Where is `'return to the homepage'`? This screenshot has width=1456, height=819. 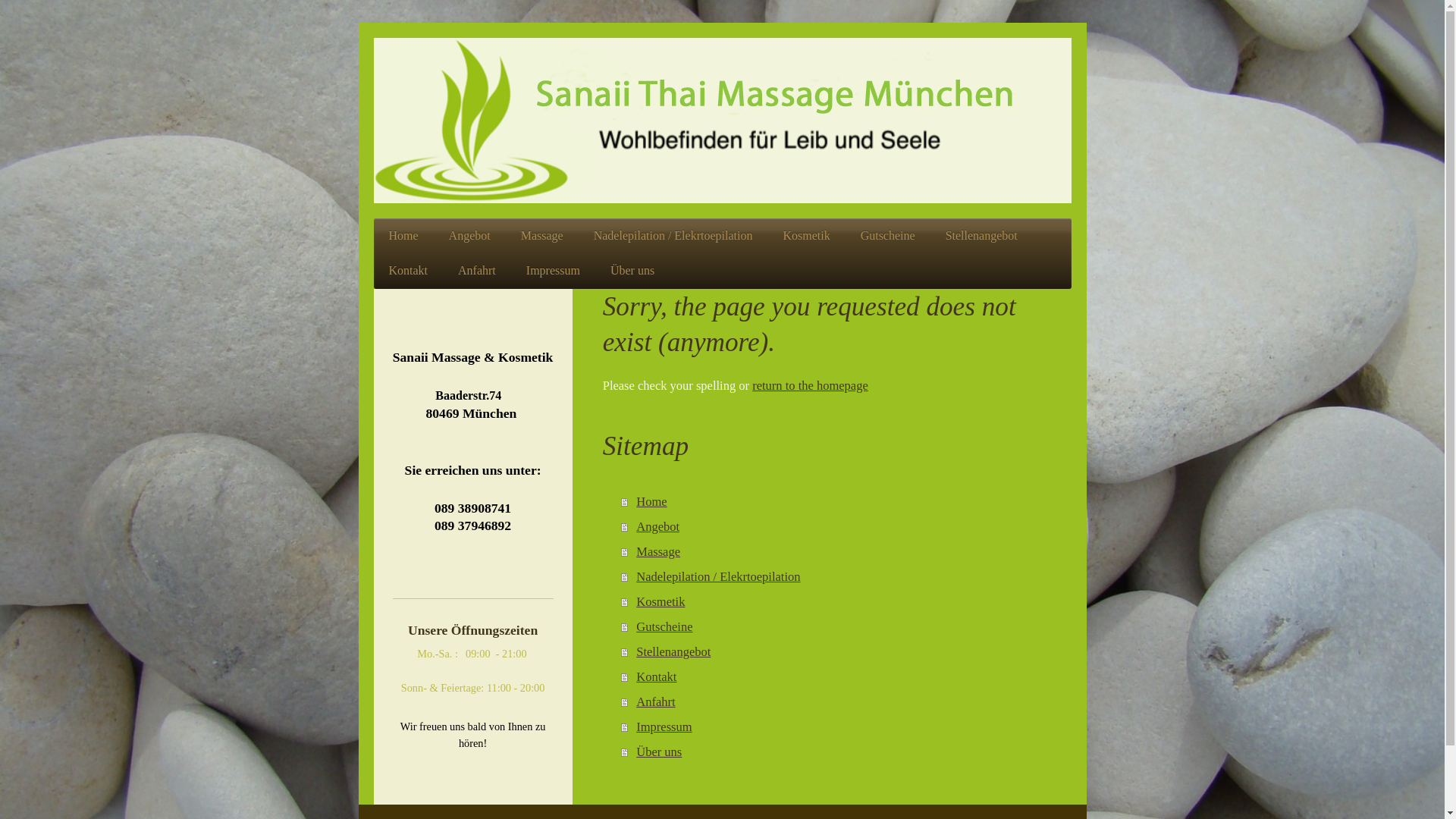 'return to the homepage' is located at coordinates (752, 384).